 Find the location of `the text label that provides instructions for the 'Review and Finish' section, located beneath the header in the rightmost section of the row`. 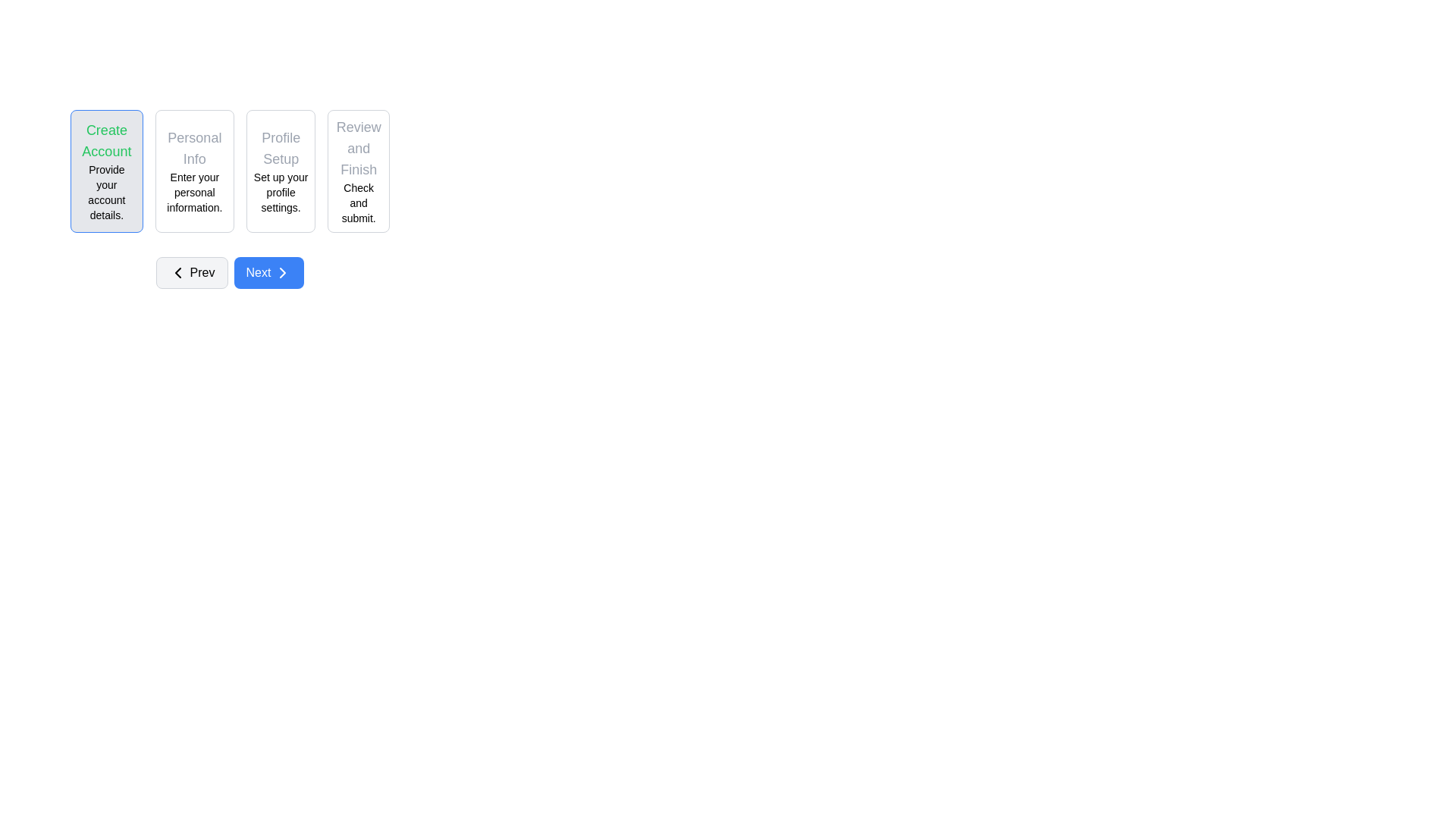

the text label that provides instructions for the 'Review and Finish' section, located beneath the header in the rightmost section of the row is located at coordinates (358, 202).